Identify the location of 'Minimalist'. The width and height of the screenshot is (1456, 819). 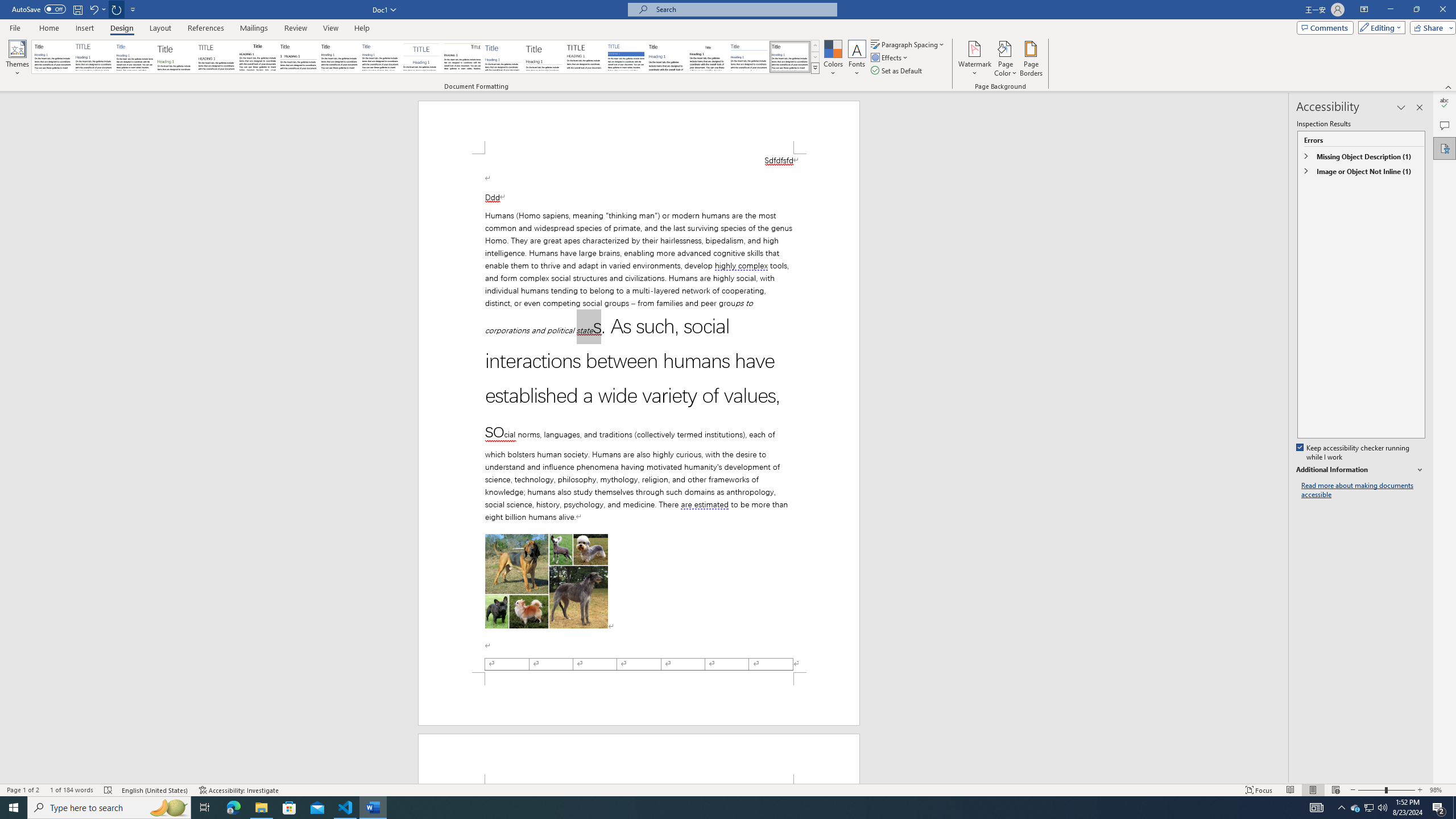
(585, 56).